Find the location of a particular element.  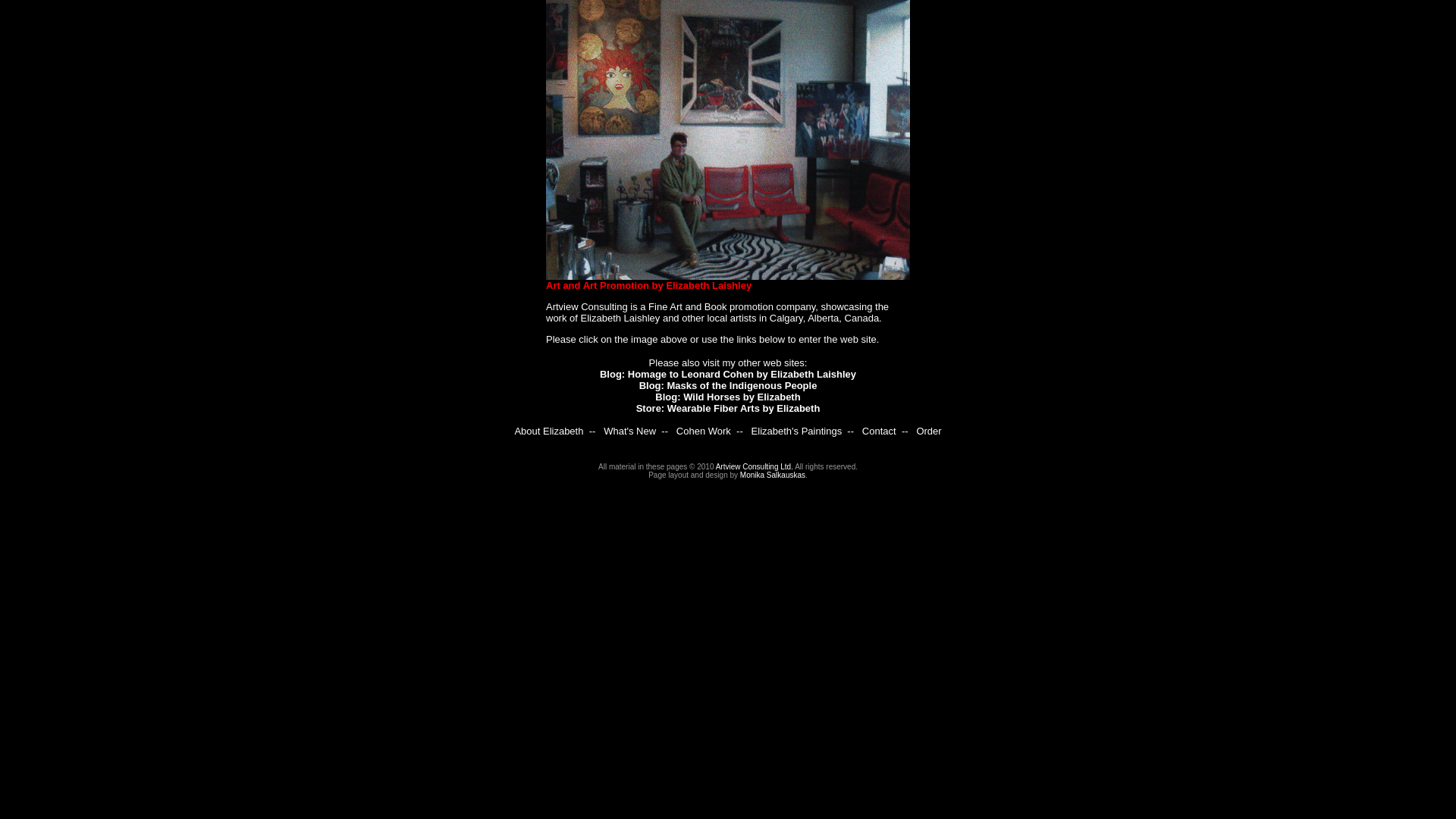

'Art and Art Promotion by Elizabeth Laishley' is located at coordinates (648, 285).